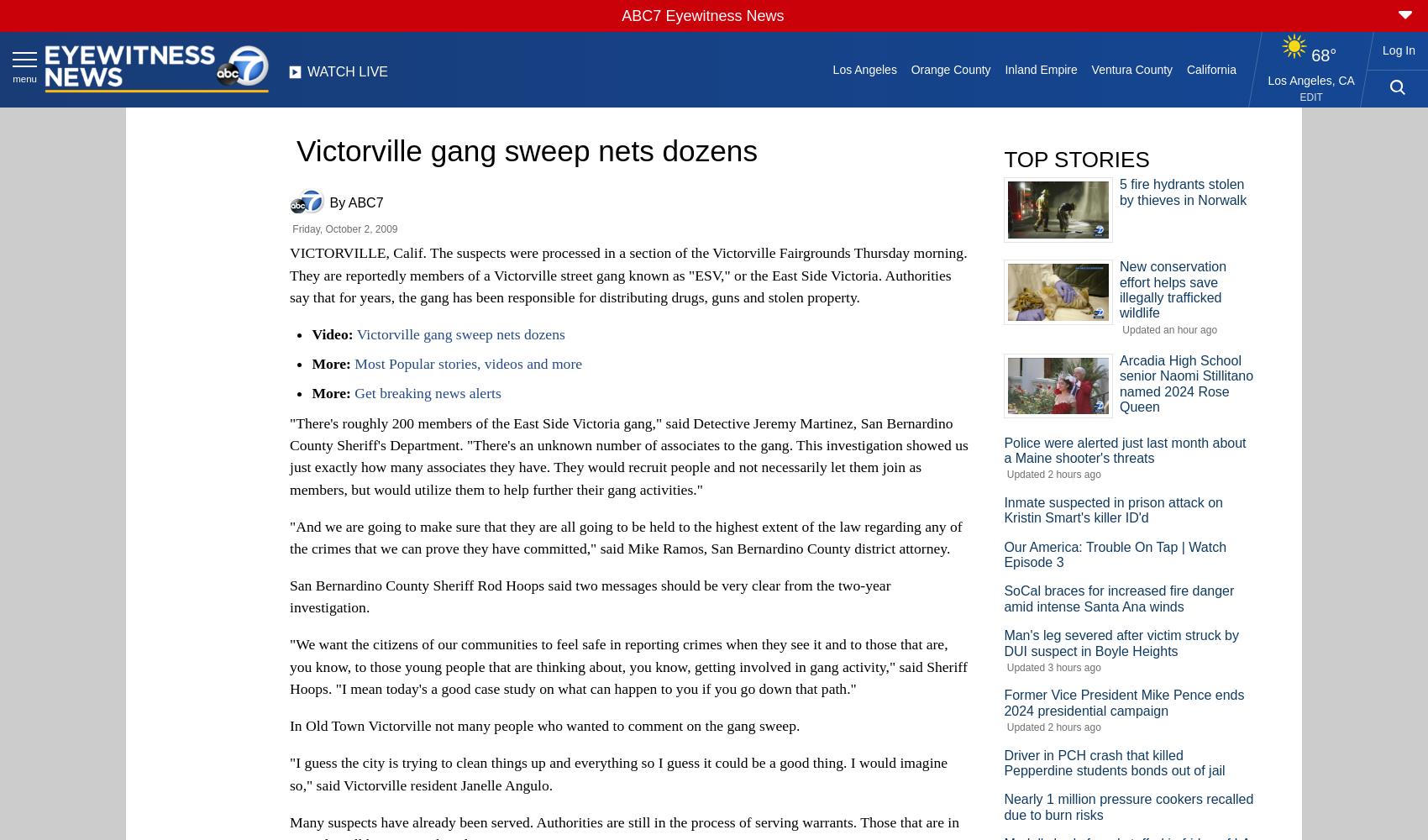  What do you see at coordinates (1052, 667) in the screenshot?
I see `'Updated 3 hours ago'` at bounding box center [1052, 667].